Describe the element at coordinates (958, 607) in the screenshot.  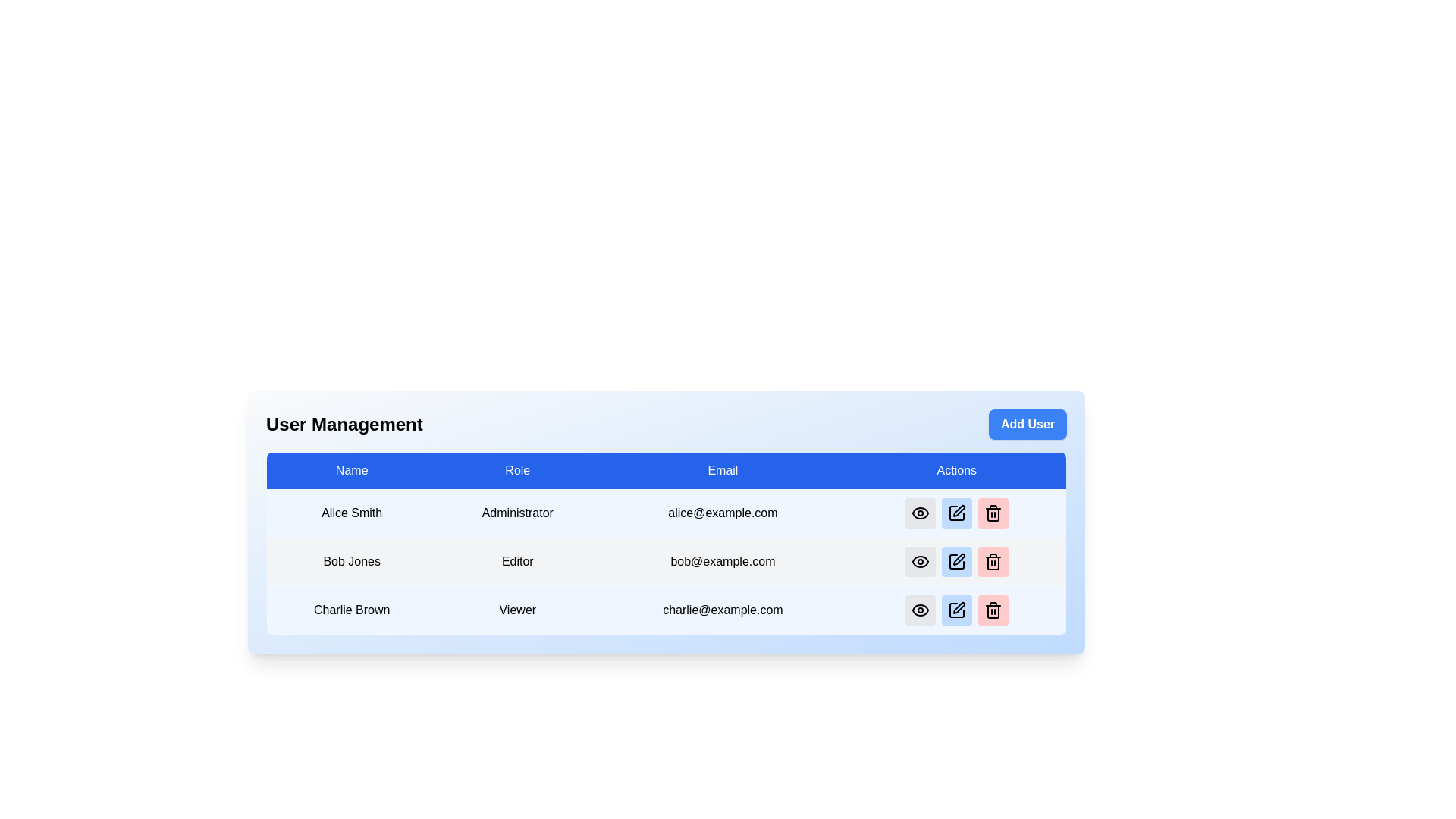
I see `the edit icon in the 'Actions' column of the third row associated with 'Charlie Brown, Viewer'` at that location.